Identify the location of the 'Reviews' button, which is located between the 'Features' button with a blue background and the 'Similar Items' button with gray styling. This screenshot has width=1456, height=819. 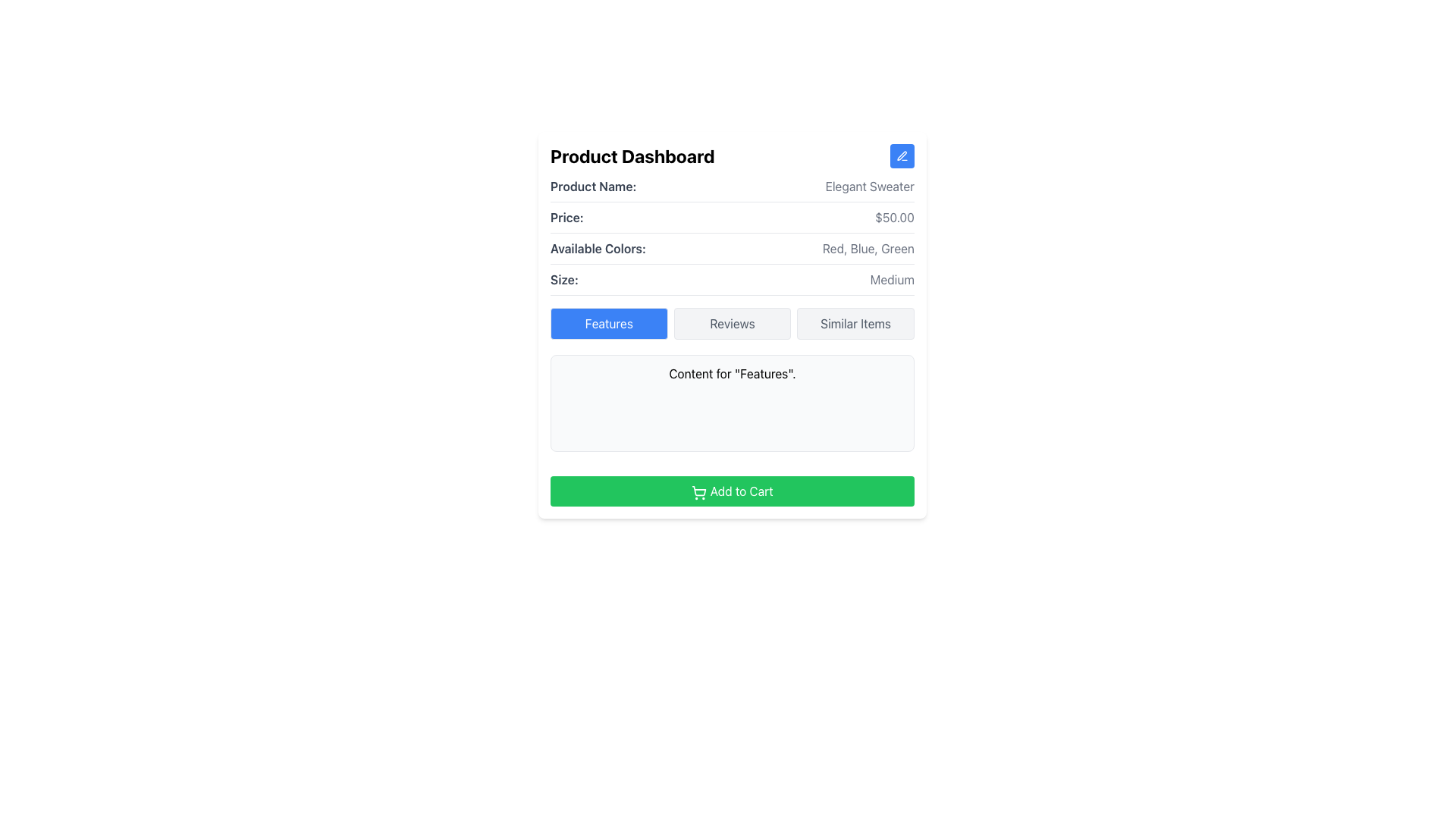
(732, 323).